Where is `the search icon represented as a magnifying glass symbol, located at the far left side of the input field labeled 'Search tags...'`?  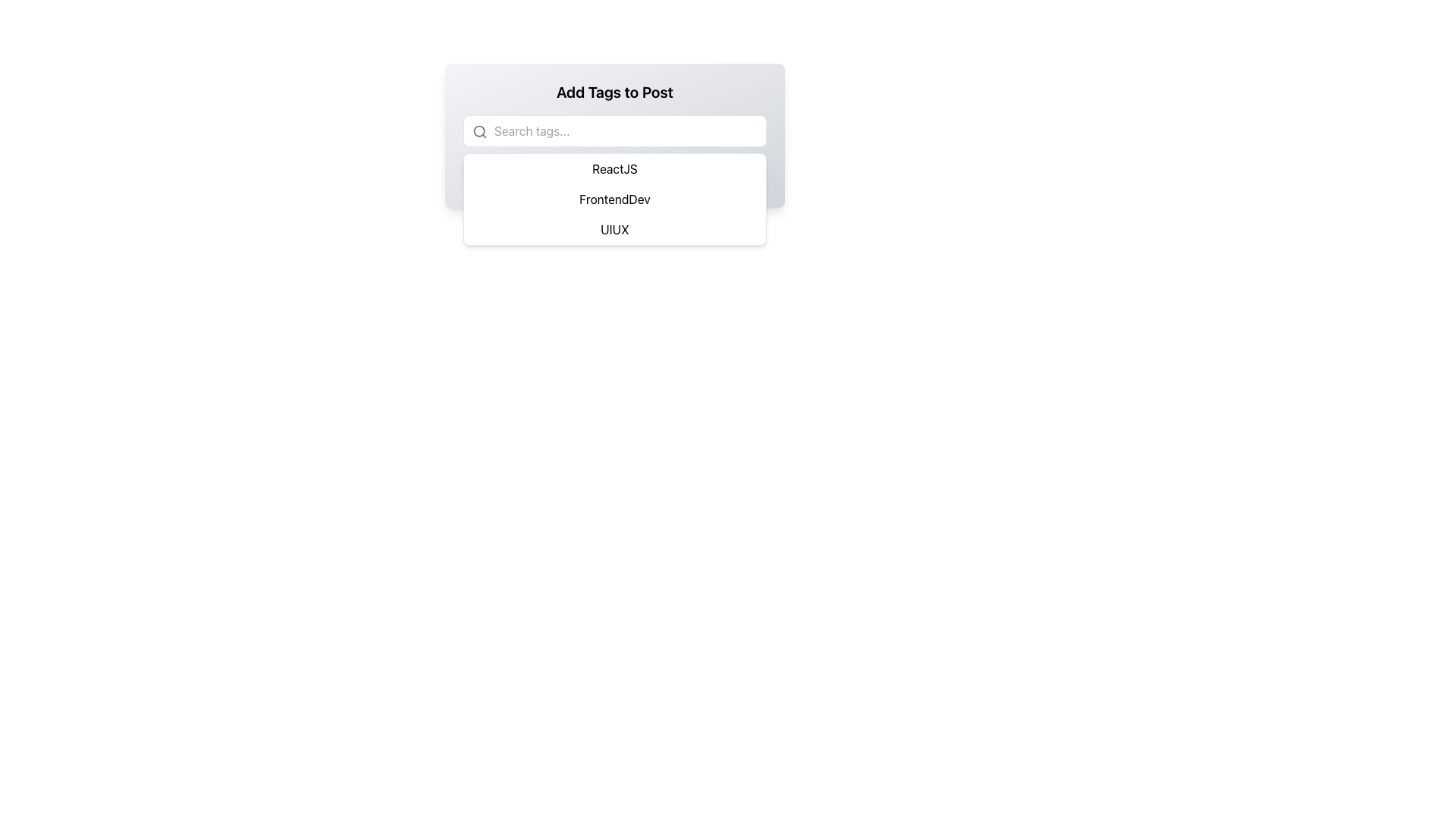
the search icon represented as a magnifying glass symbol, located at the far left side of the input field labeled 'Search tags...' is located at coordinates (479, 130).